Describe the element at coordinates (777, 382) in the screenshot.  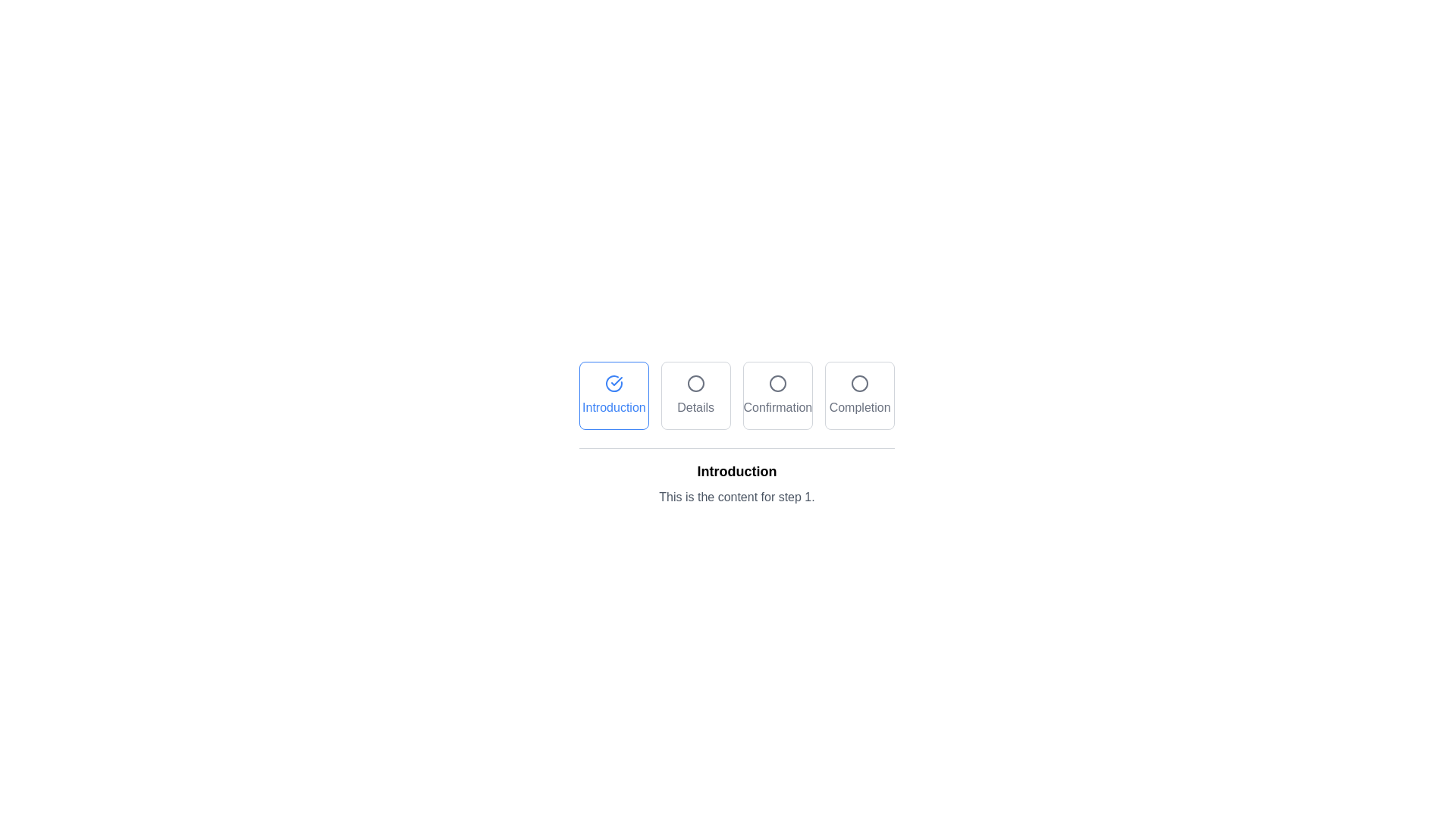
I see `the circular graphical indicator that represents the 'Confirmation' step in the horizontal step indicator, which is the third button in the sequence of four buttons` at that location.